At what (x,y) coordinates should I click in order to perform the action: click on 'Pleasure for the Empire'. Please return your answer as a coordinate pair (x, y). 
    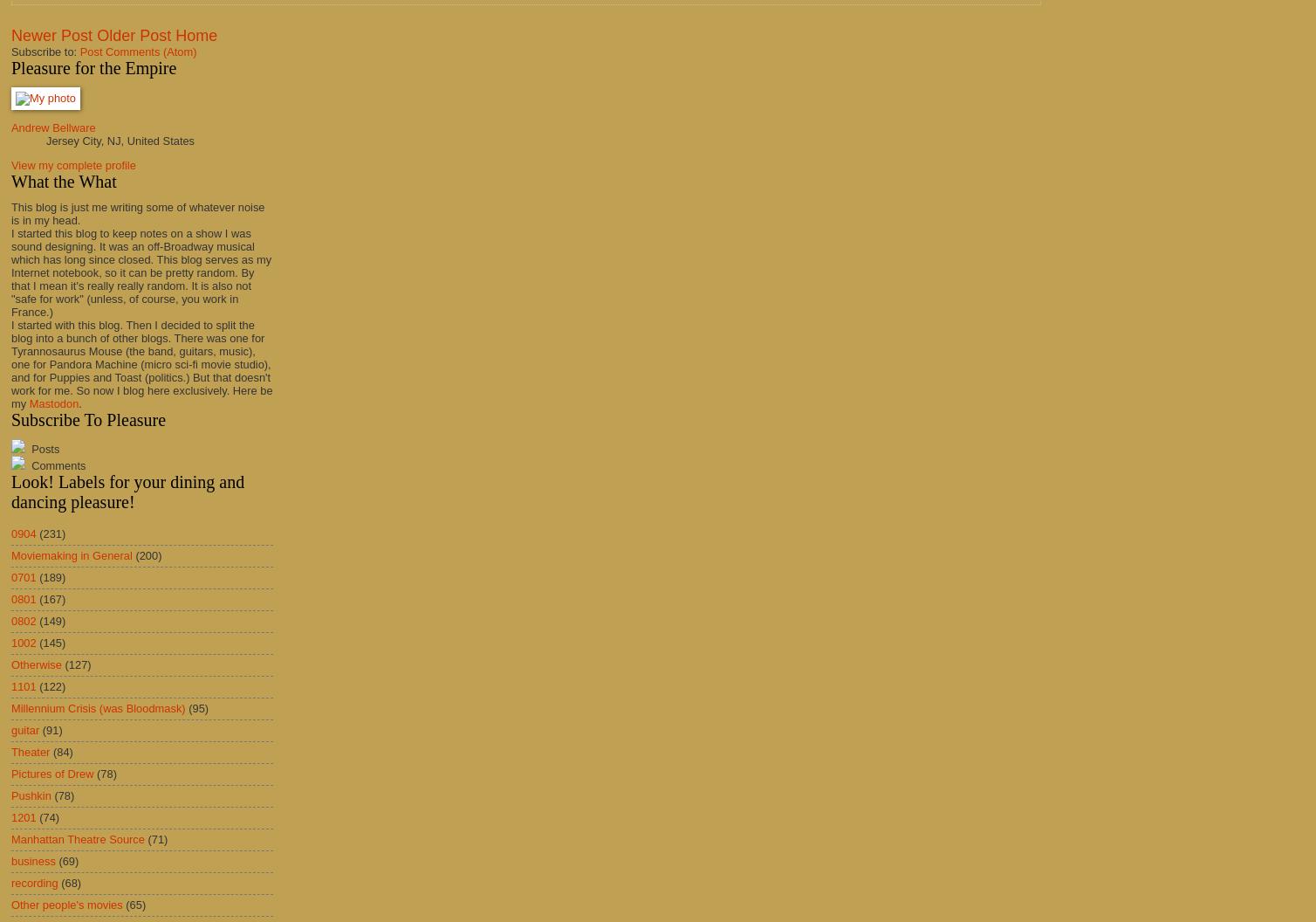
    Looking at the image, I should click on (93, 67).